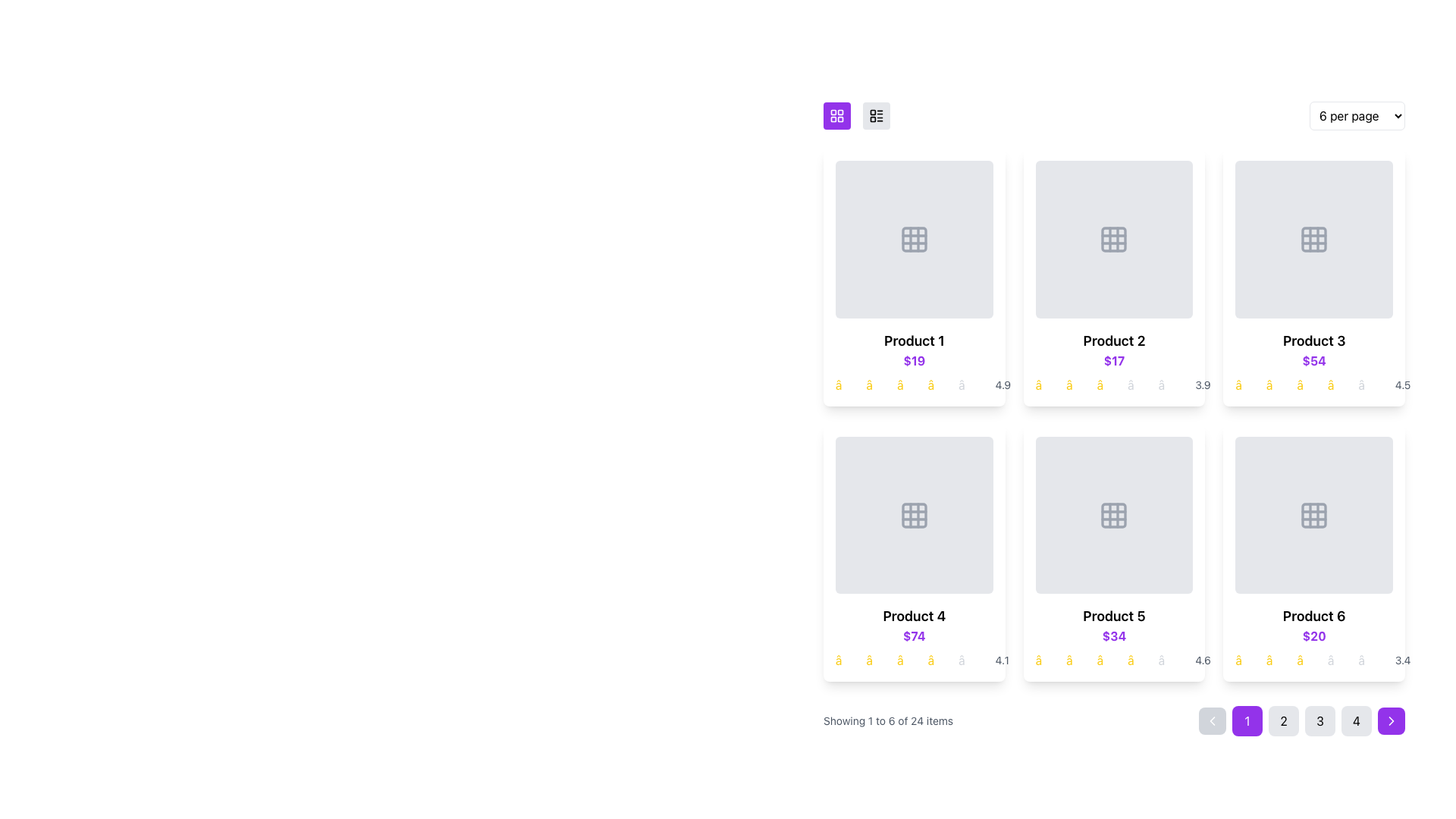 The width and height of the screenshot is (1456, 819). Describe the element at coordinates (1114, 514) in the screenshot. I see `the icon with rounded corners located within the product card labeled 'Product 5', which is centered above the product title and price` at that location.